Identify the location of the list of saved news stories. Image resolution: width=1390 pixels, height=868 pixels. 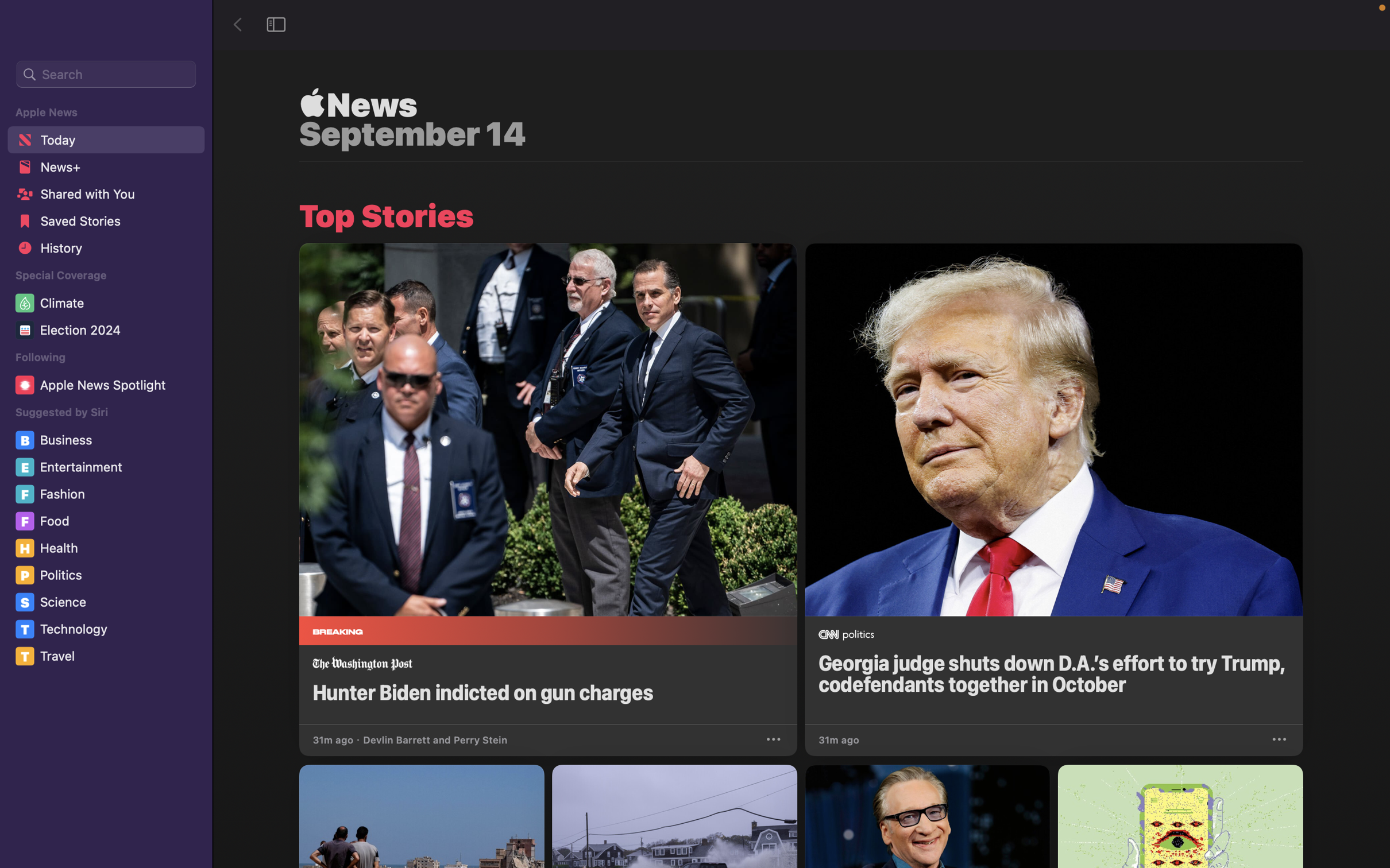
(105, 223).